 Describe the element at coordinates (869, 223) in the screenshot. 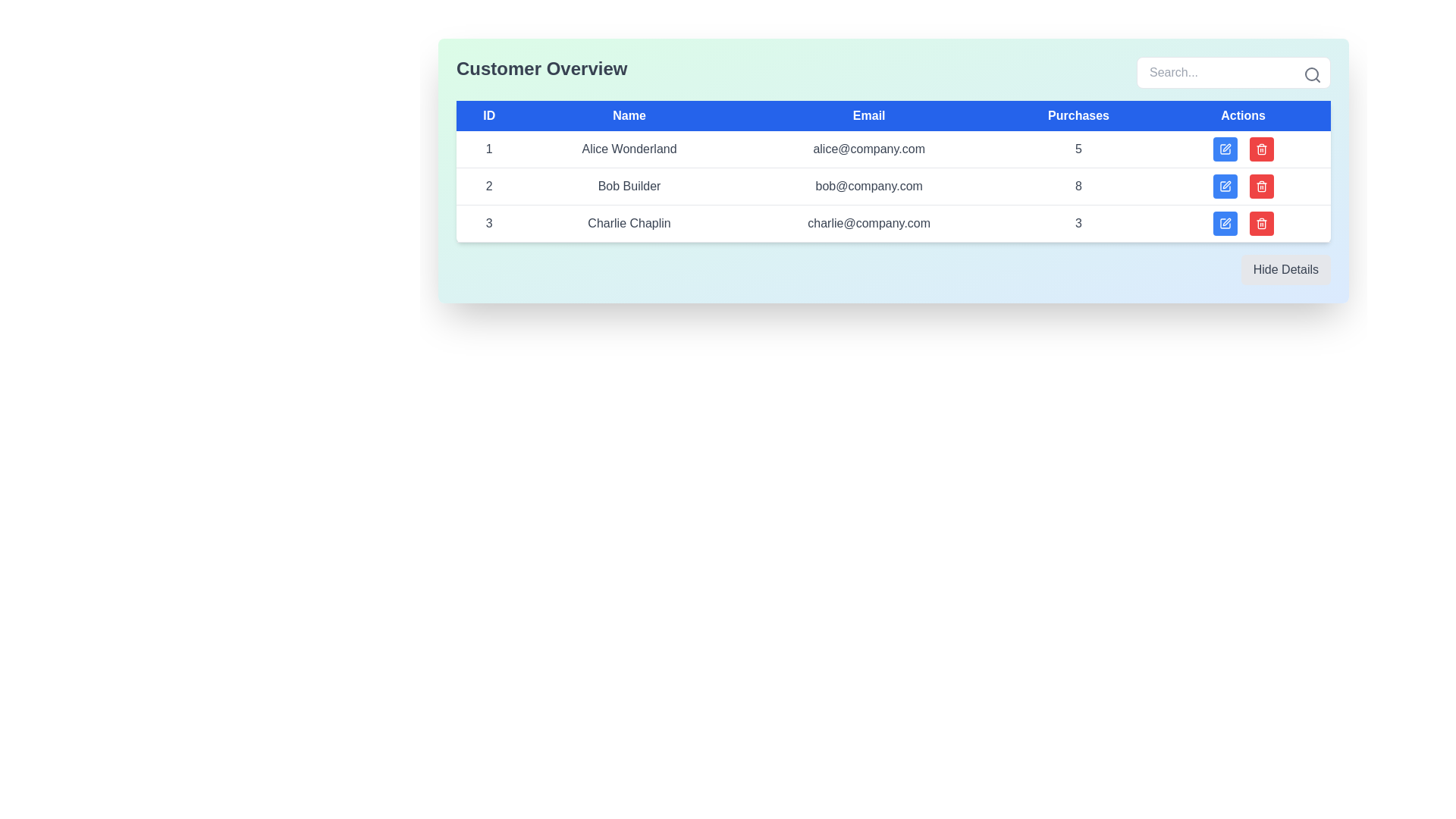

I see `the Text Label displaying the email address of user 'Charlie Chaplin', located in the third column of the third row in the data table` at that location.